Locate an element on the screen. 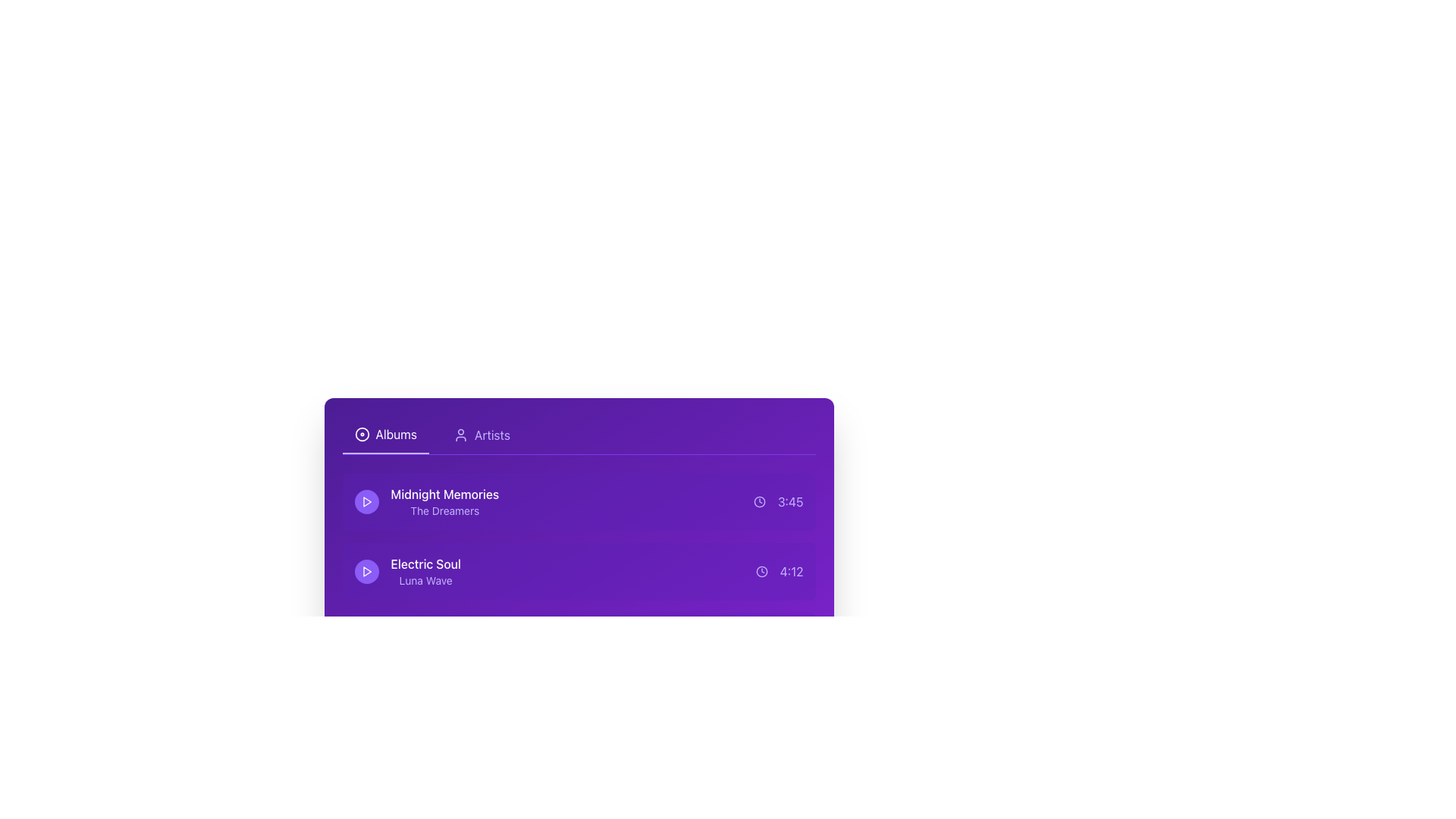 Image resolution: width=1456 pixels, height=819 pixels. the text label displaying 'Luna Wave', which is styled in violet and located under 'Electric Soul' in the purple-themed interface is located at coordinates (425, 580).